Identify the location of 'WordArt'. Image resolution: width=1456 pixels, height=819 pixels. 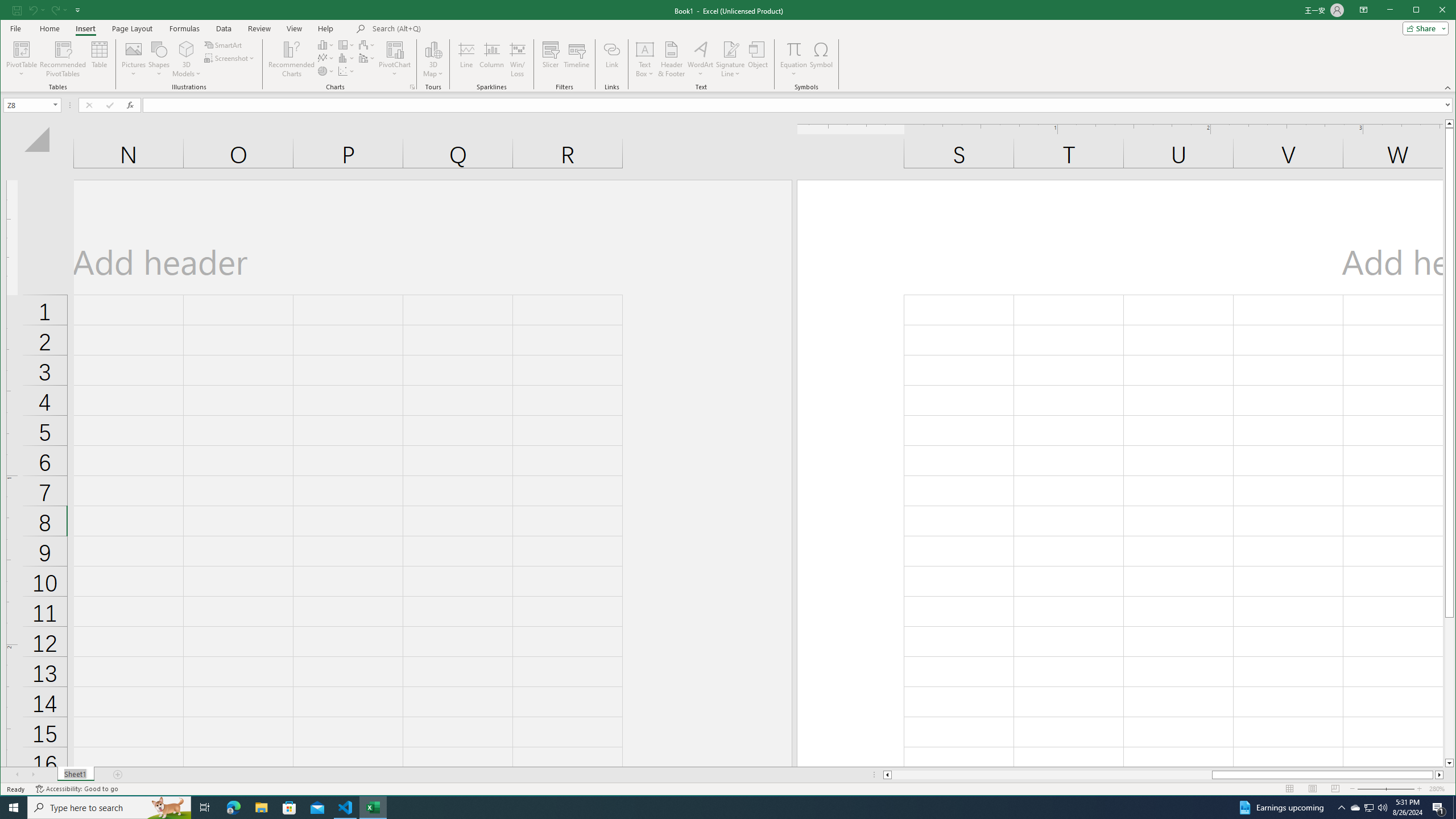
(700, 59).